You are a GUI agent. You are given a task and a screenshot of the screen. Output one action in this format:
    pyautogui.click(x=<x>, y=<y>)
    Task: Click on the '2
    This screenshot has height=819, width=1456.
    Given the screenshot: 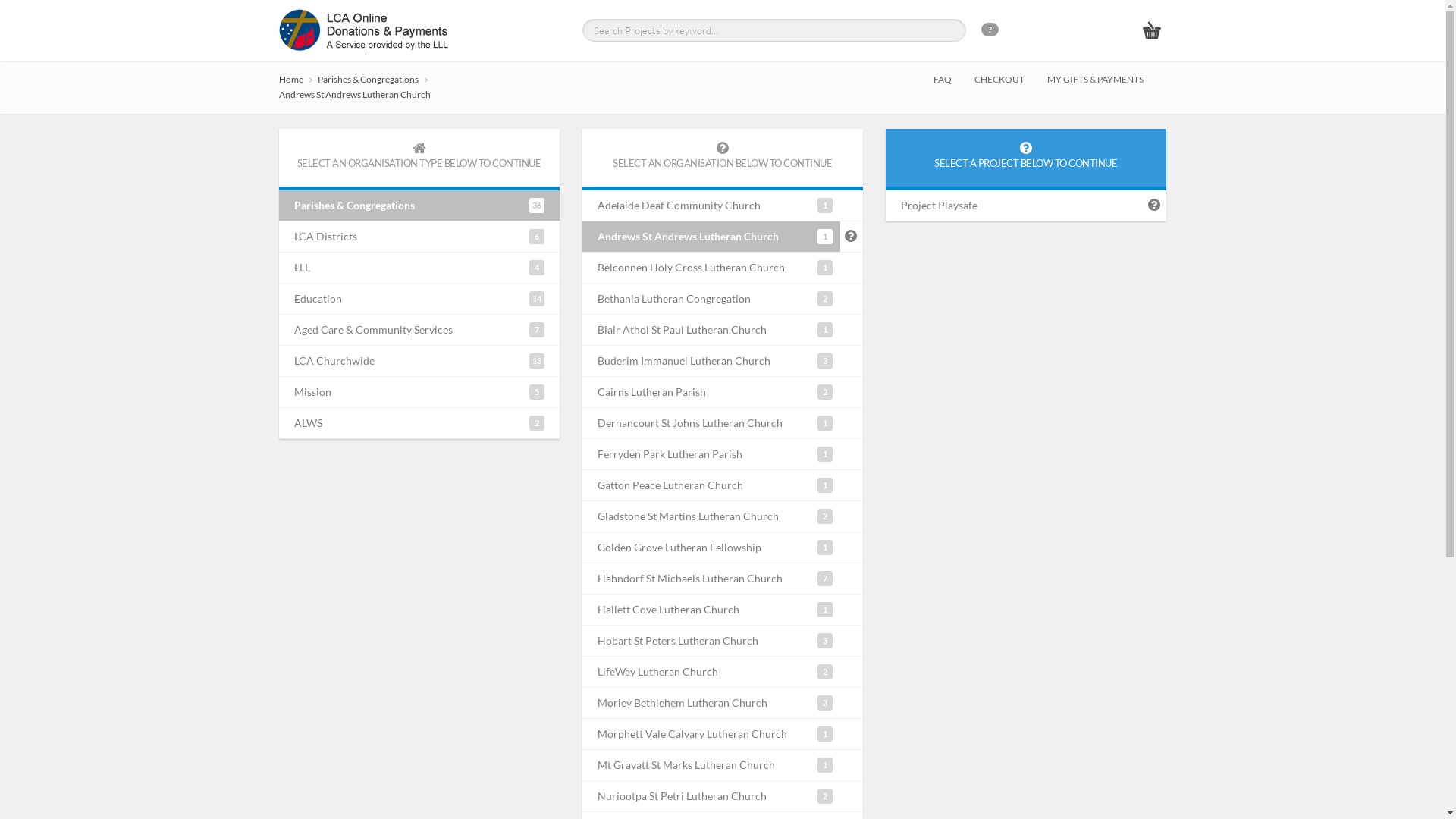 What is the action you would take?
    pyautogui.click(x=710, y=795)
    